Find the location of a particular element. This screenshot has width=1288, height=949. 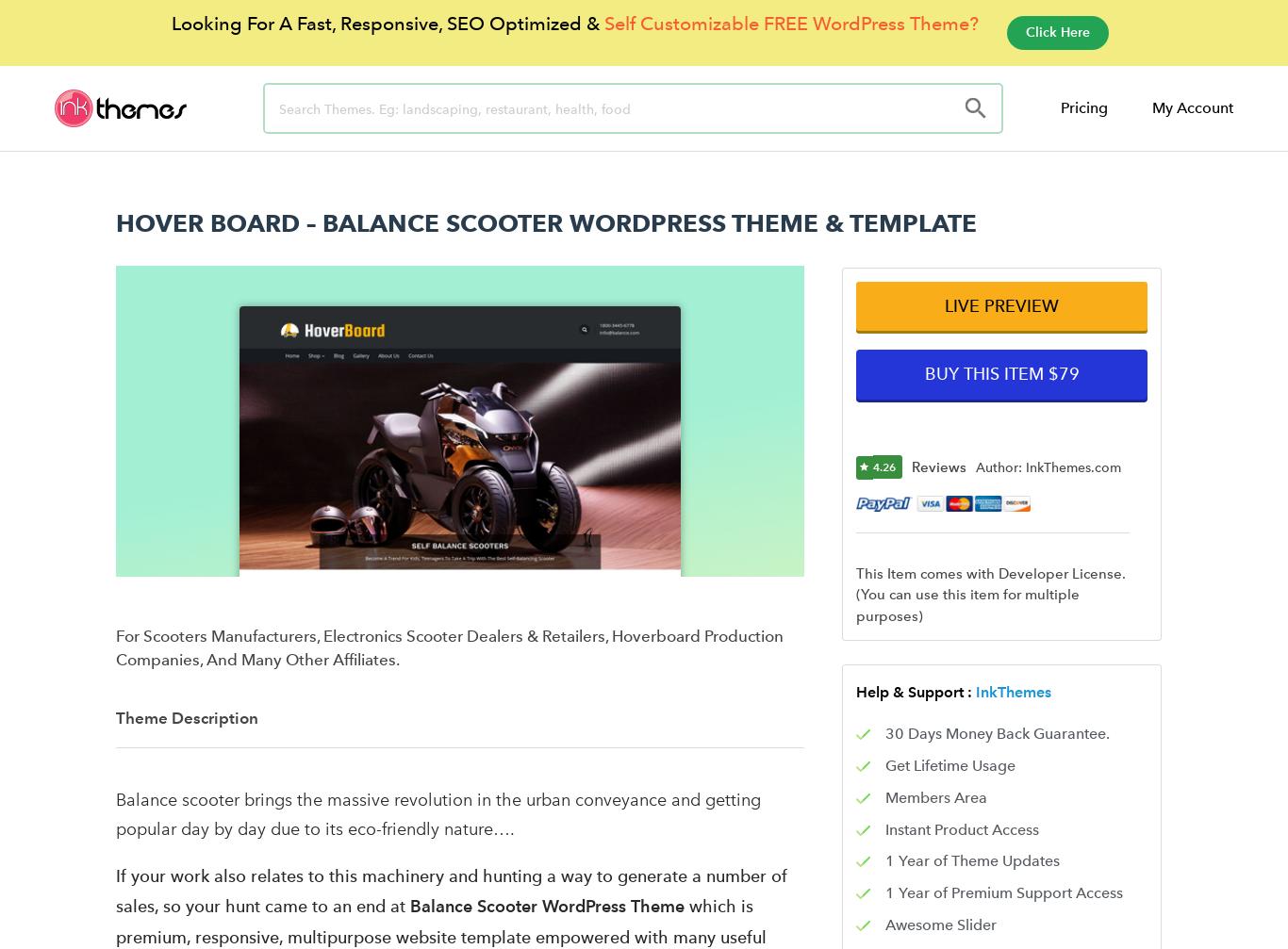

'4.26' is located at coordinates (884, 466).